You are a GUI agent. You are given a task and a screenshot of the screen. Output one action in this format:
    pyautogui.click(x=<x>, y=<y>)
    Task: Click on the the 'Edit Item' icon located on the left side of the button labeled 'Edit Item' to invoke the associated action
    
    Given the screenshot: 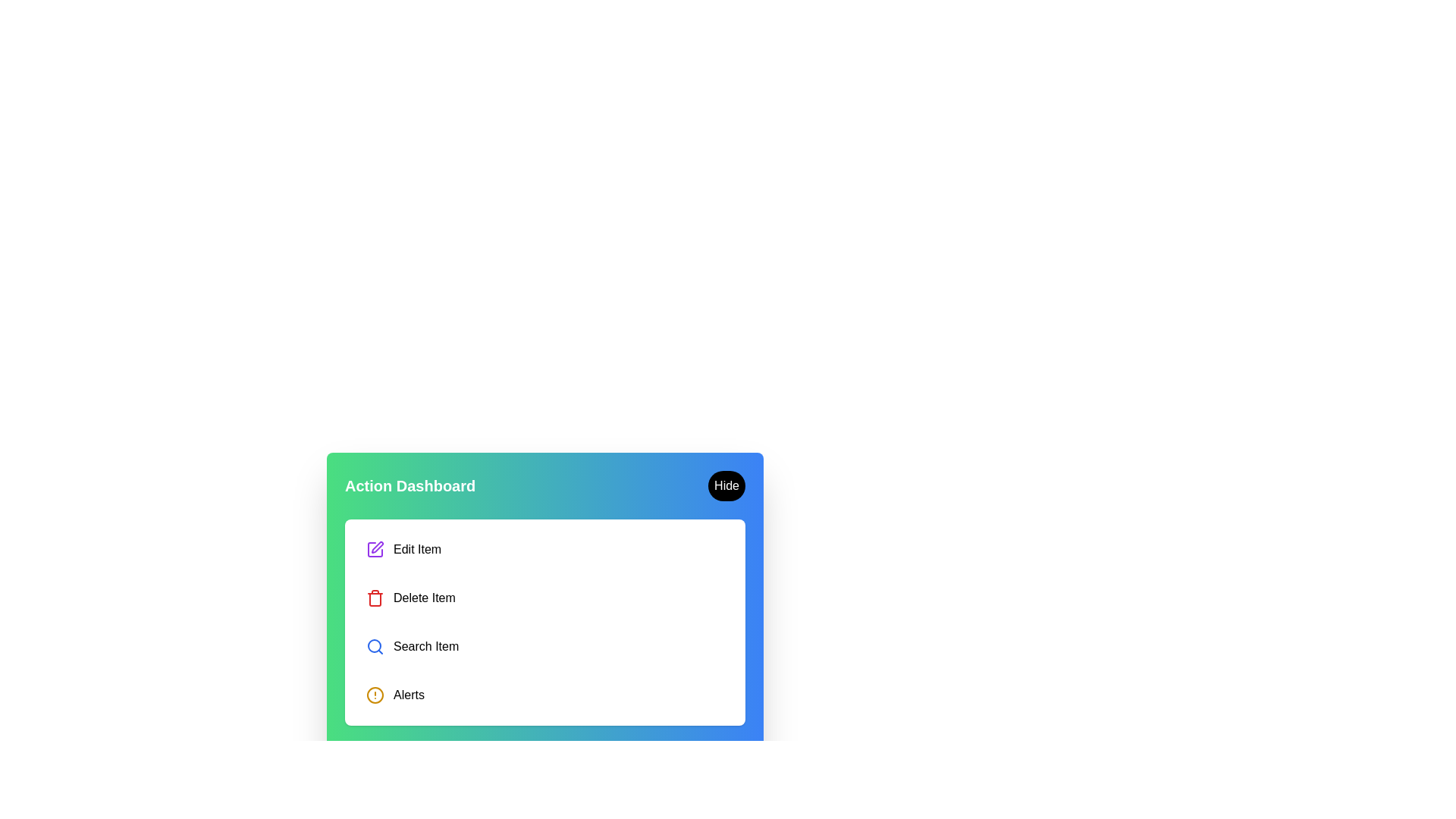 What is the action you would take?
    pyautogui.click(x=375, y=550)
    